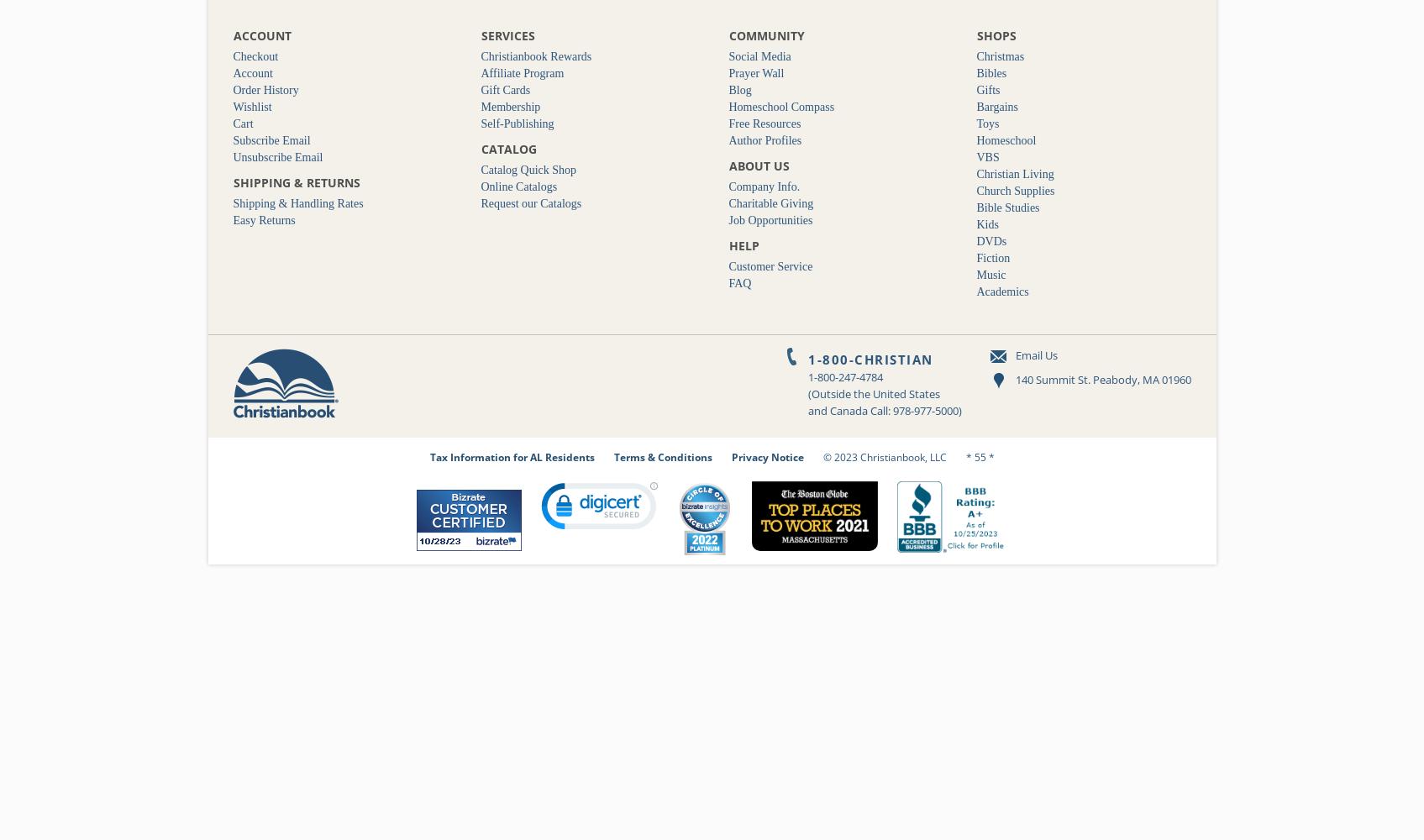 The height and width of the screenshot is (840, 1424). I want to click on '1-800-247-4784', so click(844, 375).